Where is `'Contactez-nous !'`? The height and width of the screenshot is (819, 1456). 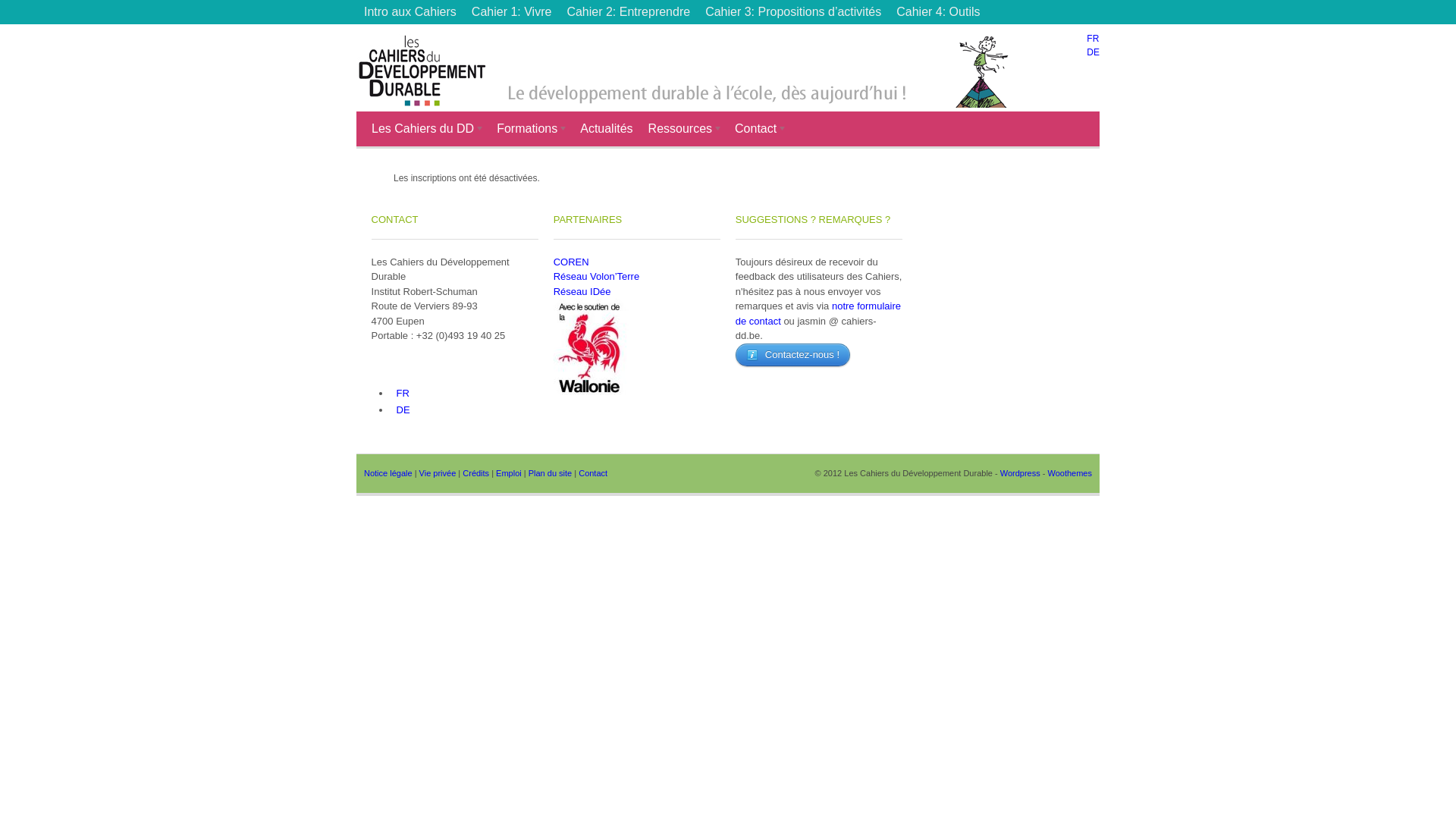 'Contactez-nous !' is located at coordinates (792, 353).